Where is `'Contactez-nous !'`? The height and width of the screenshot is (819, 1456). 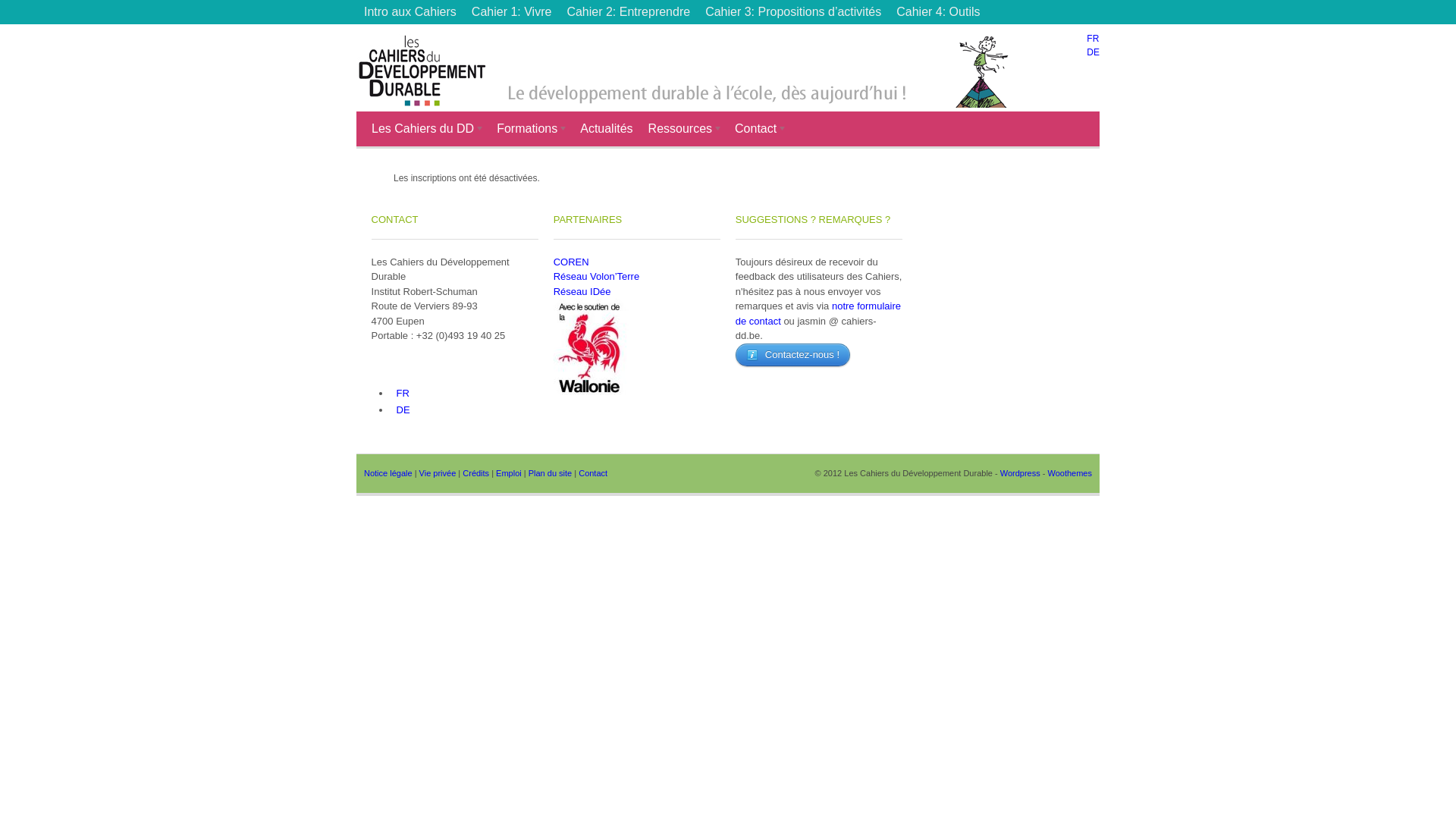 'Contactez-nous !' is located at coordinates (792, 353).